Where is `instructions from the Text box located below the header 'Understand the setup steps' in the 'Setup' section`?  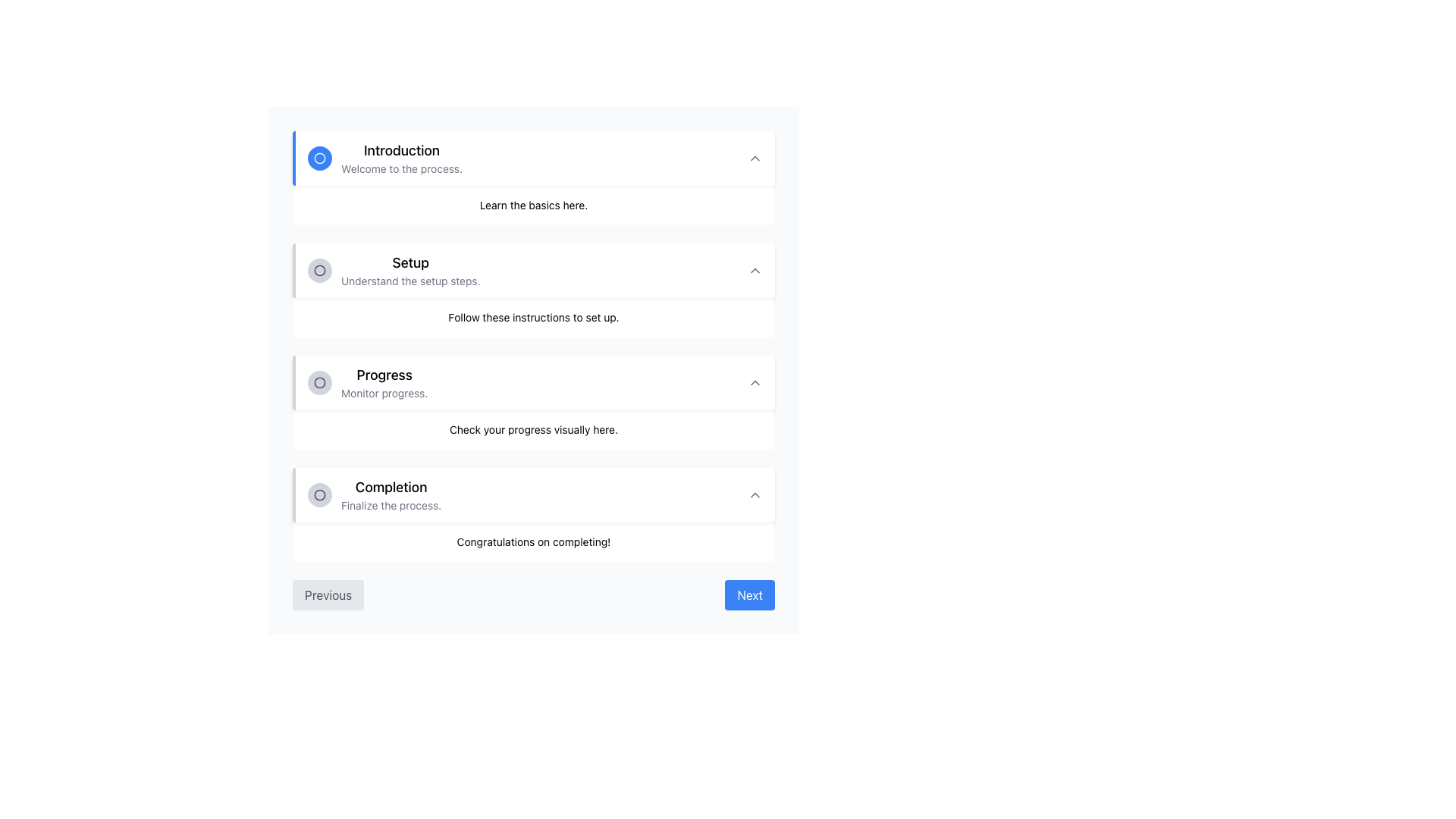 instructions from the Text box located below the header 'Understand the setup steps' in the 'Setup' section is located at coordinates (534, 317).